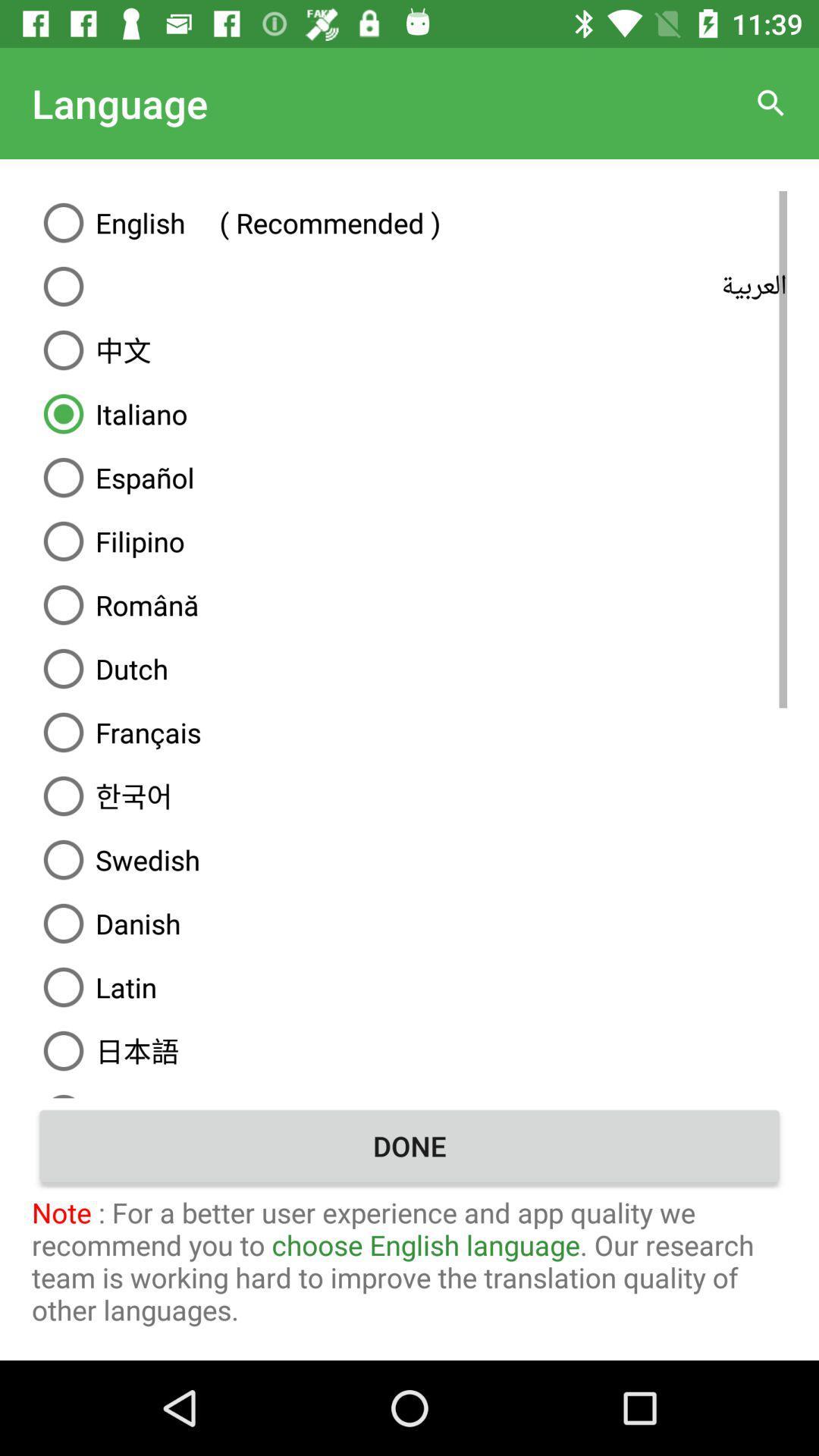 This screenshot has height=1456, width=819. Describe the element at coordinates (409, 987) in the screenshot. I see `latin icon` at that location.